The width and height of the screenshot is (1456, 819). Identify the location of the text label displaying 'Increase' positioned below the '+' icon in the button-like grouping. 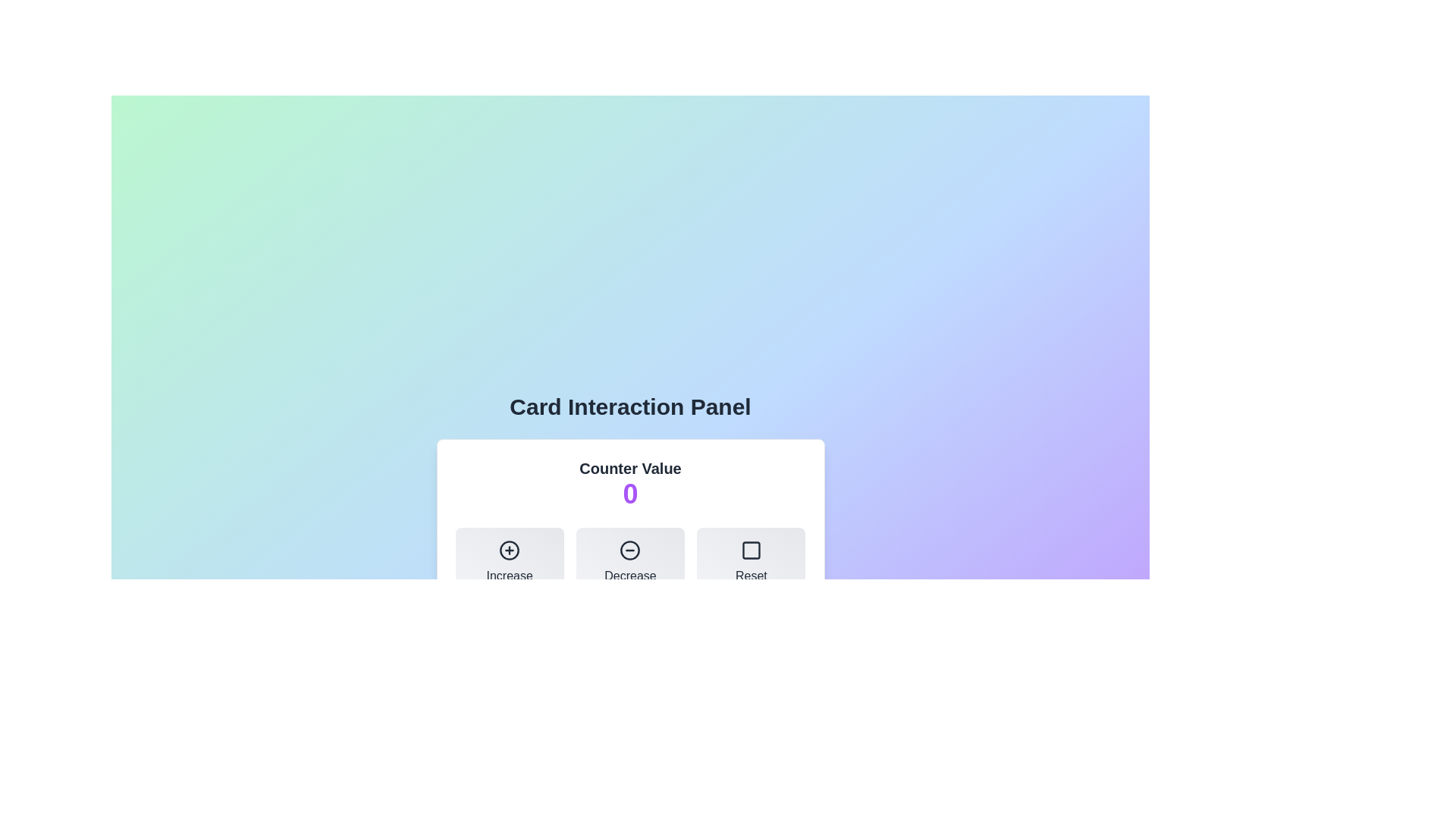
(510, 576).